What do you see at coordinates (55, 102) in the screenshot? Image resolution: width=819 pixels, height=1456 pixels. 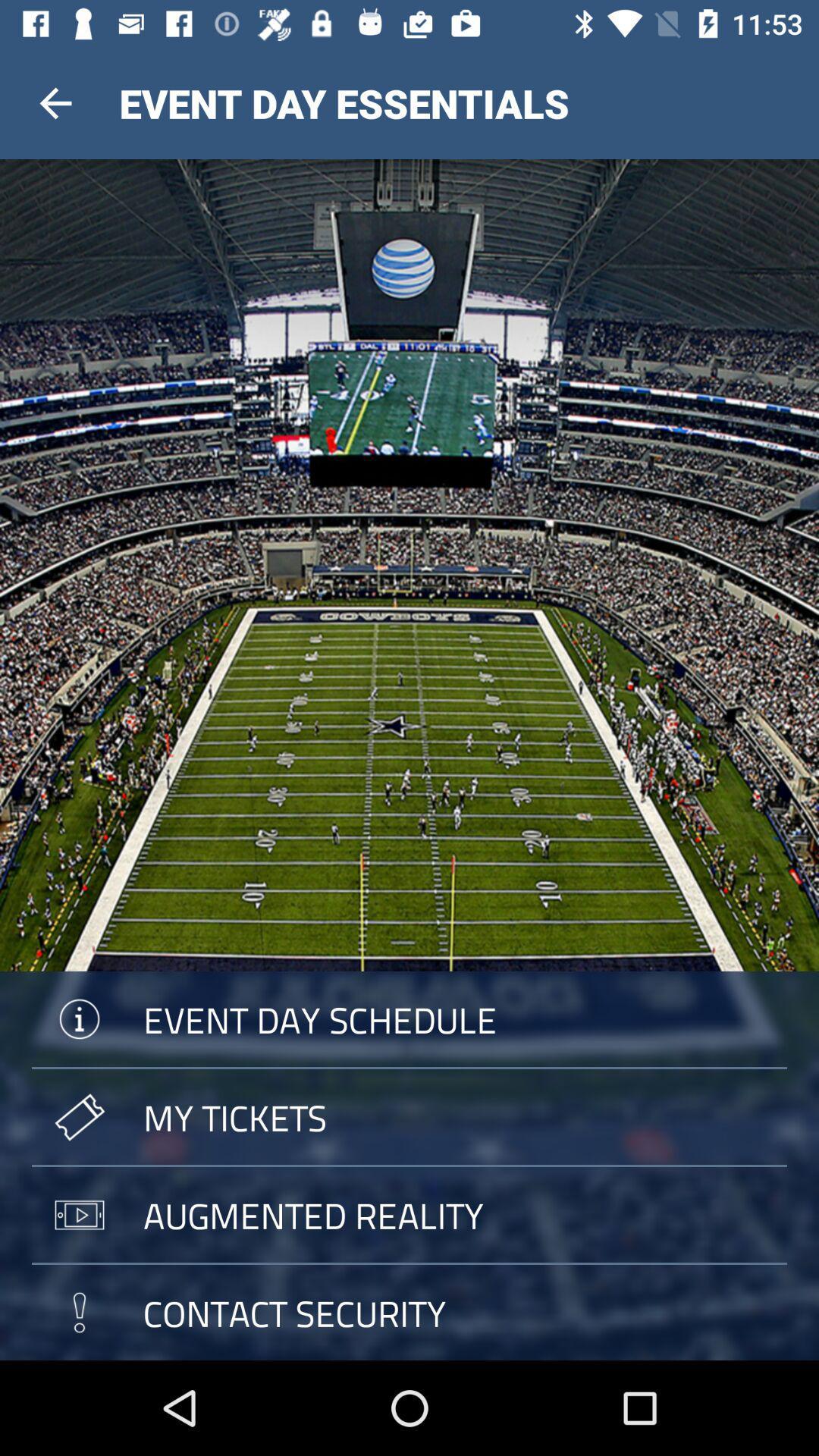 I see `the app to the left of the event day essentials` at bounding box center [55, 102].